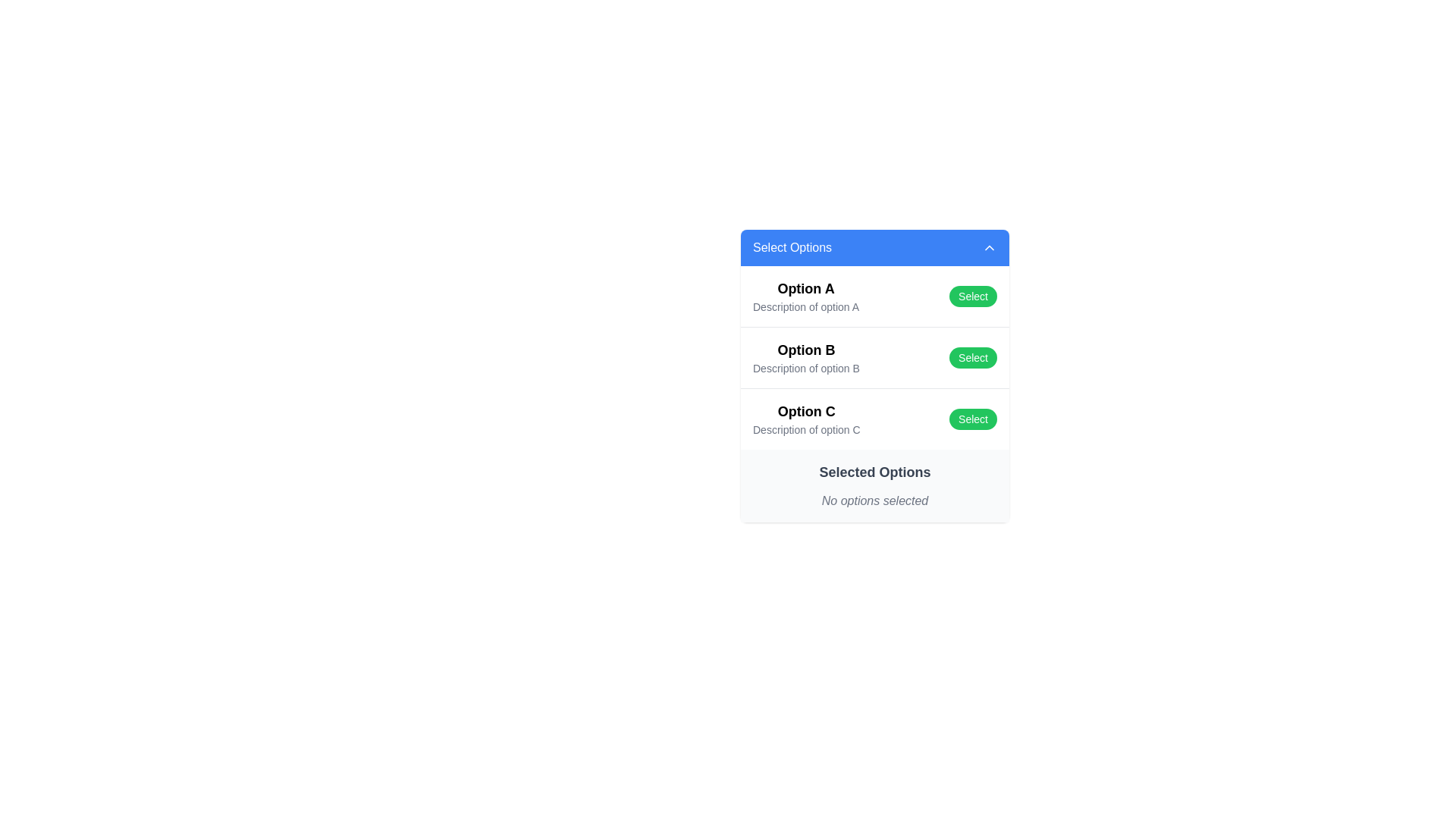 The width and height of the screenshot is (1456, 819). What do you see at coordinates (874, 296) in the screenshot?
I see `the first selectable list item with a green 'Select' button in the 'Select Options' box by moving the cursor to its center` at bounding box center [874, 296].